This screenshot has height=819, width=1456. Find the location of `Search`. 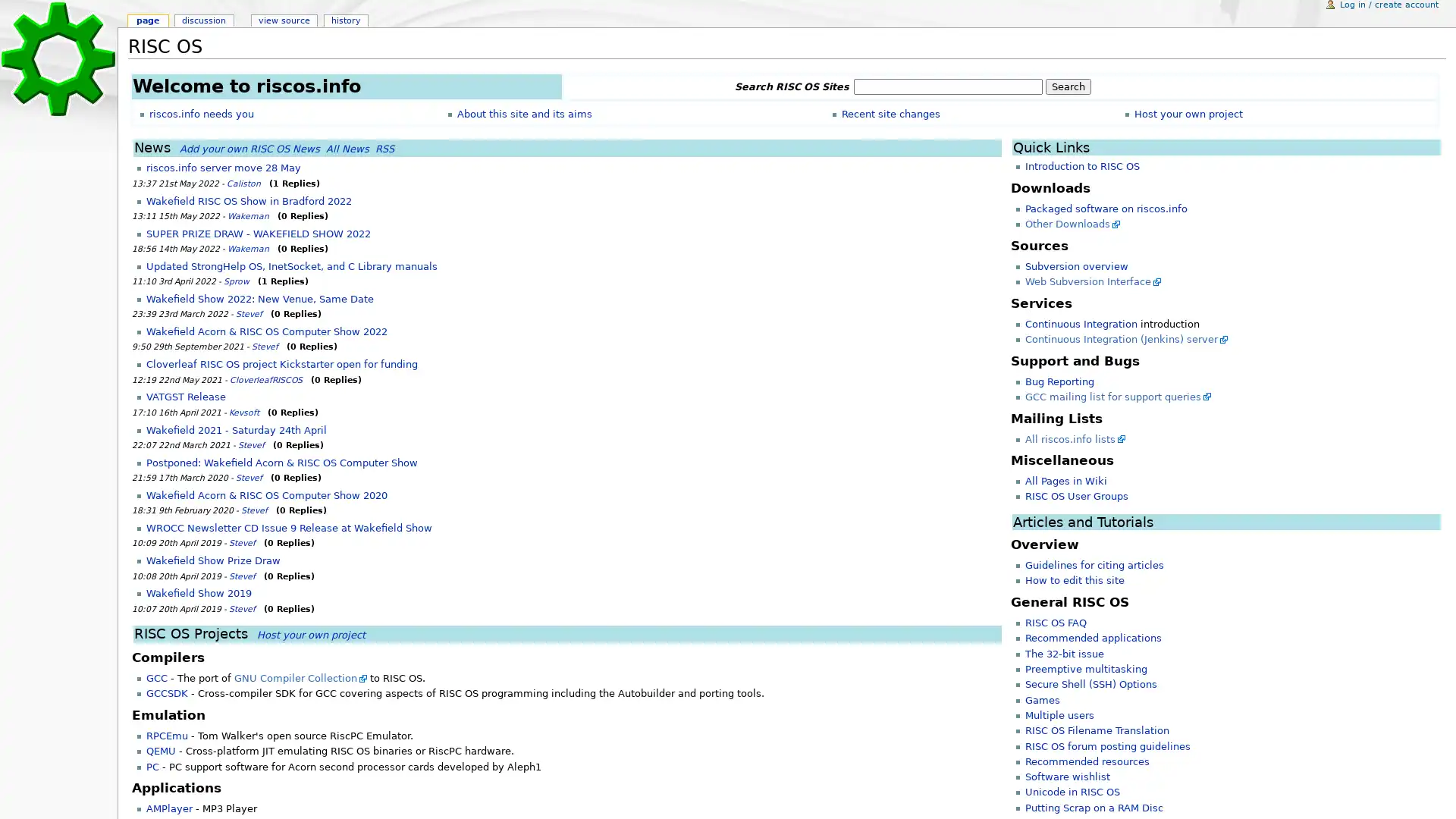

Search is located at coordinates (1066, 86).